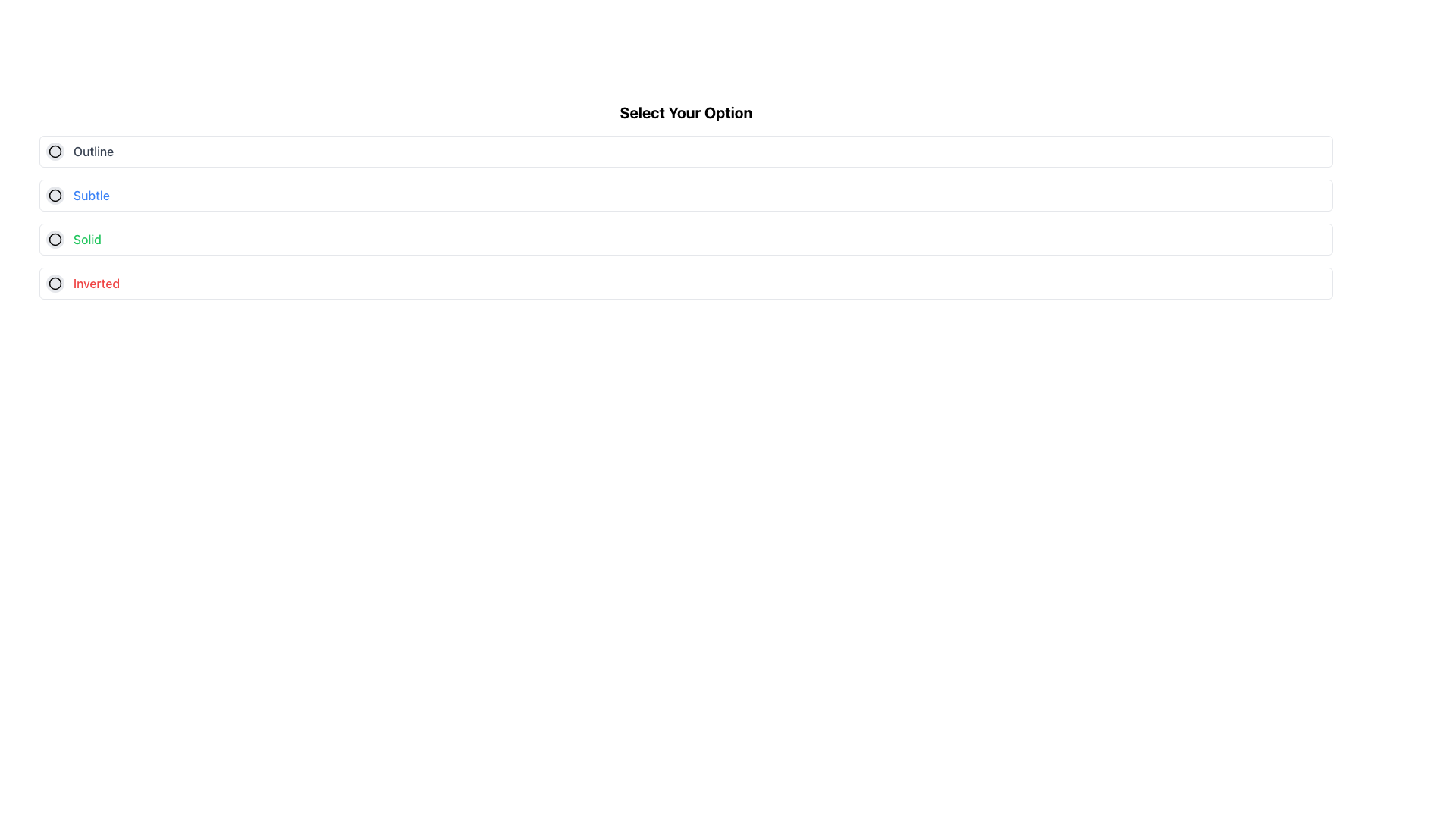 The width and height of the screenshot is (1456, 819). What do you see at coordinates (55, 152) in the screenshot?
I see `the radio button located in the first row of a vertical list of options` at bounding box center [55, 152].